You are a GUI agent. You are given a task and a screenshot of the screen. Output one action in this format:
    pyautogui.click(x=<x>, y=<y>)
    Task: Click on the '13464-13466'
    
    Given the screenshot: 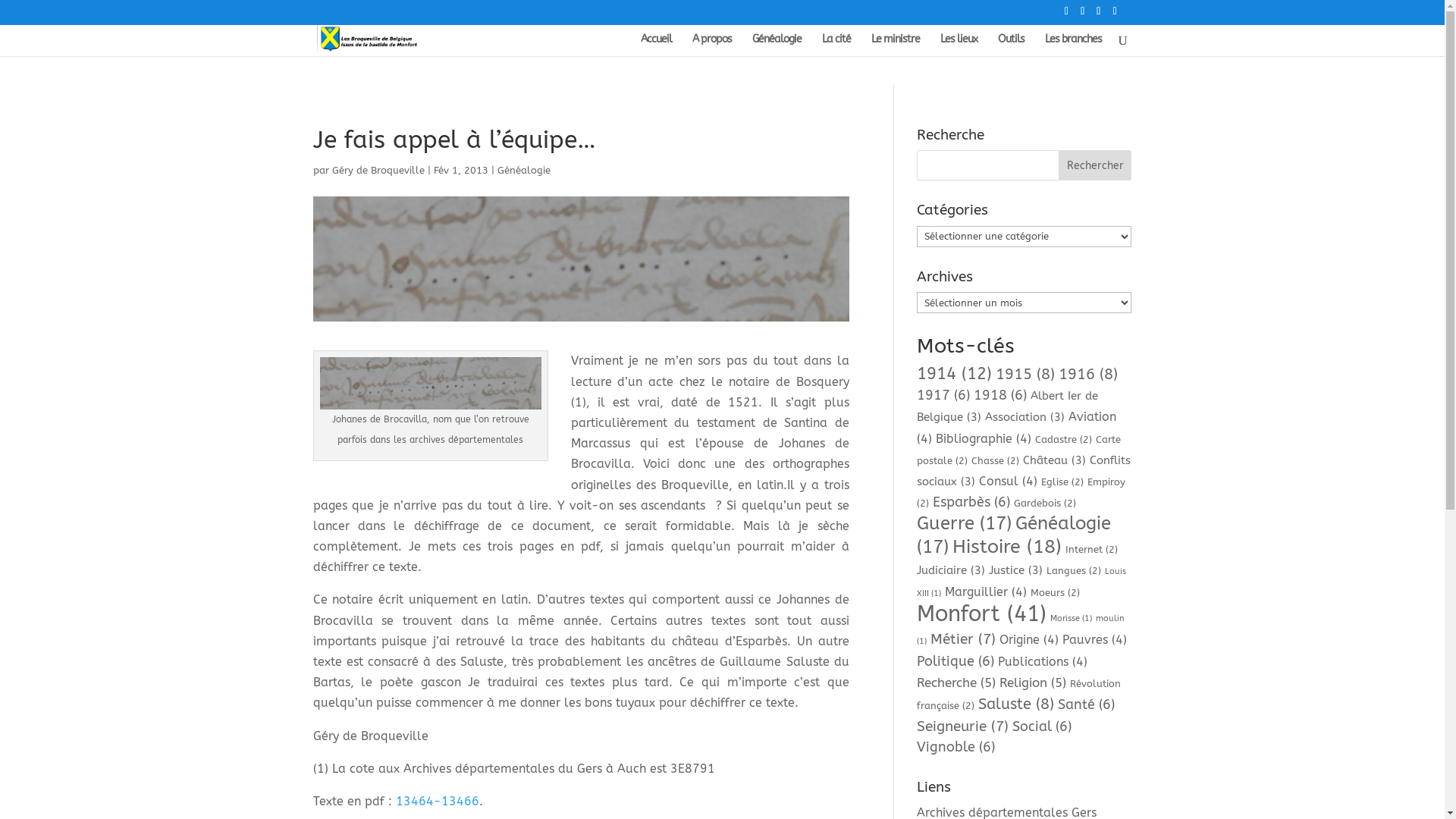 What is the action you would take?
    pyautogui.click(x=436, y=800)
    